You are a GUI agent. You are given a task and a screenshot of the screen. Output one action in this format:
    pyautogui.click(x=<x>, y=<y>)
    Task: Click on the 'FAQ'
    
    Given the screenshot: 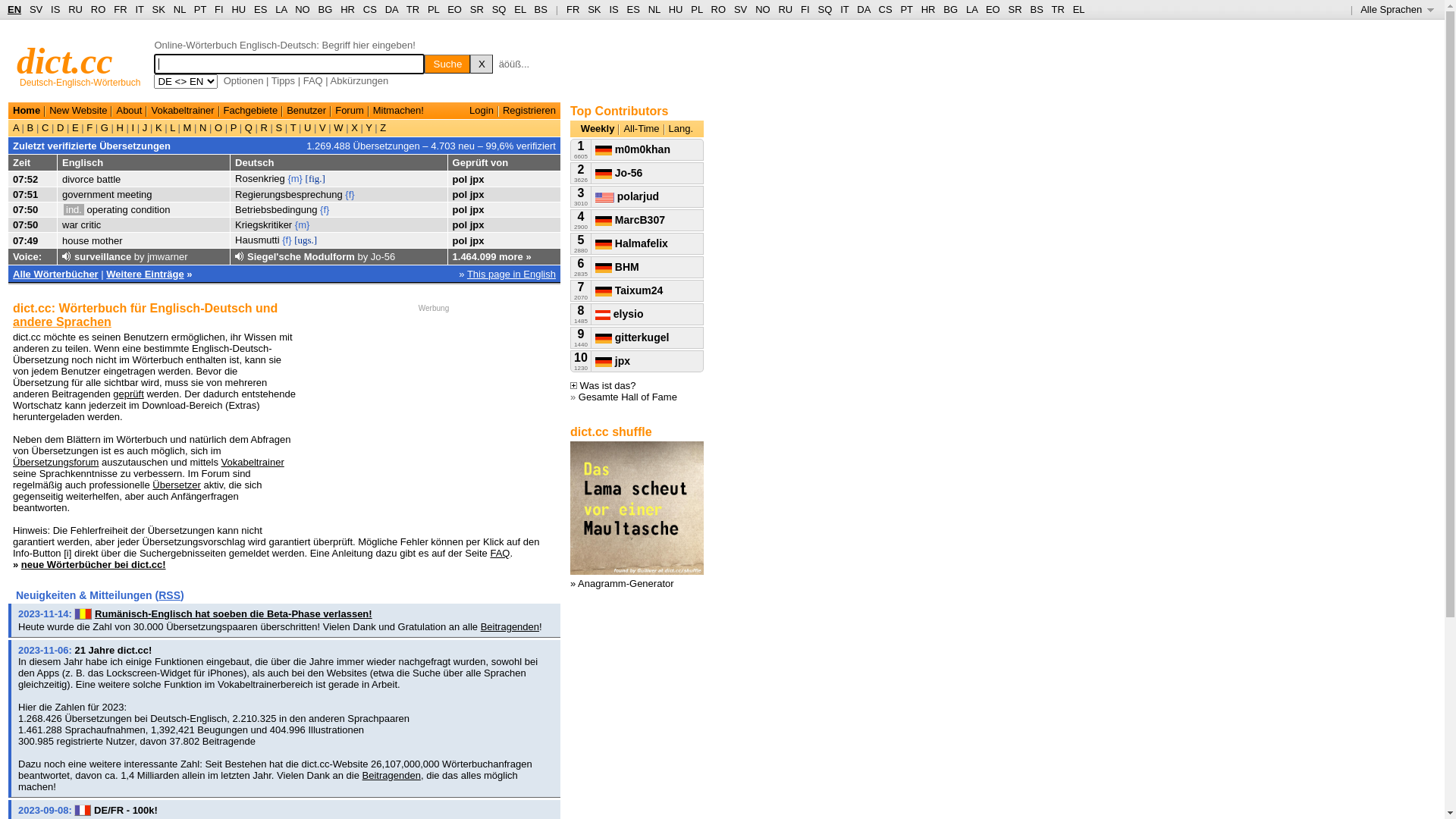 What is the action you would take?
    pyautogui.click(x=312, y=80)
    